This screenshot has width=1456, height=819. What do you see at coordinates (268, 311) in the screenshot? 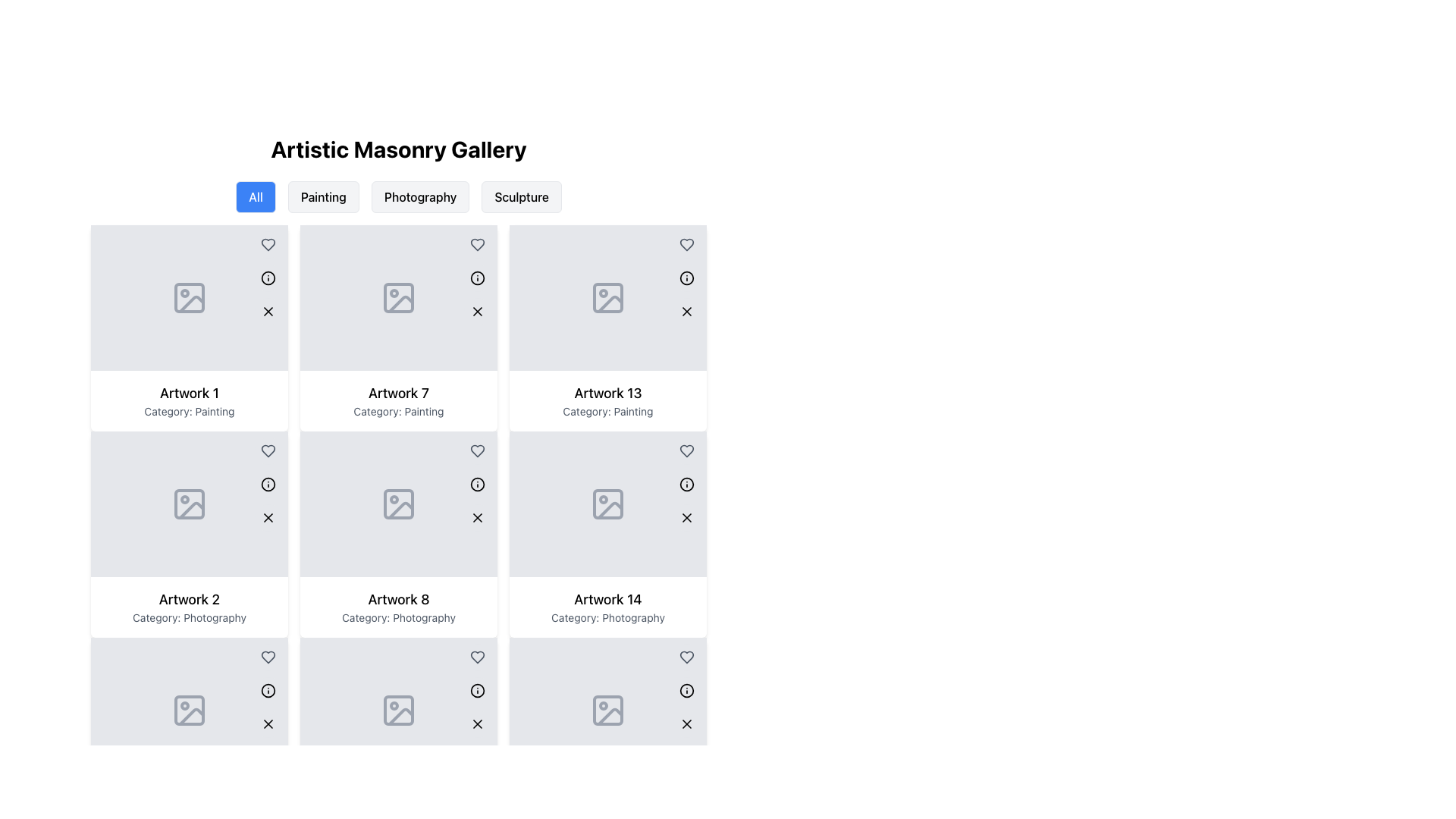
I see `the close or delete icon located at the top-right corner of the artwork card labeled 'Artwork 1'` at bounding box center [268, 311].